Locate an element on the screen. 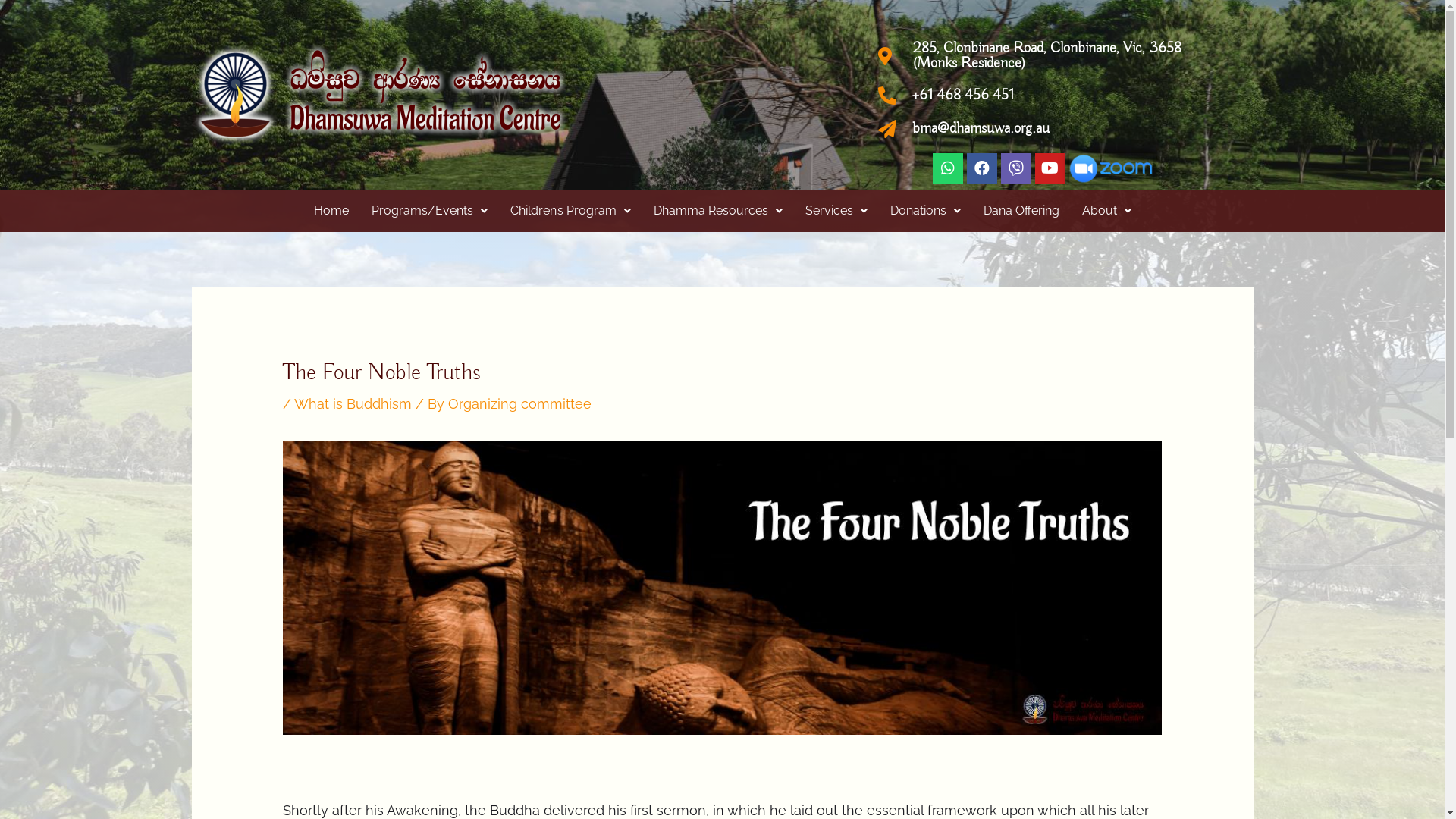 The image size is (1456, 819). 'Facebook' is located at coordinates (982, 168).